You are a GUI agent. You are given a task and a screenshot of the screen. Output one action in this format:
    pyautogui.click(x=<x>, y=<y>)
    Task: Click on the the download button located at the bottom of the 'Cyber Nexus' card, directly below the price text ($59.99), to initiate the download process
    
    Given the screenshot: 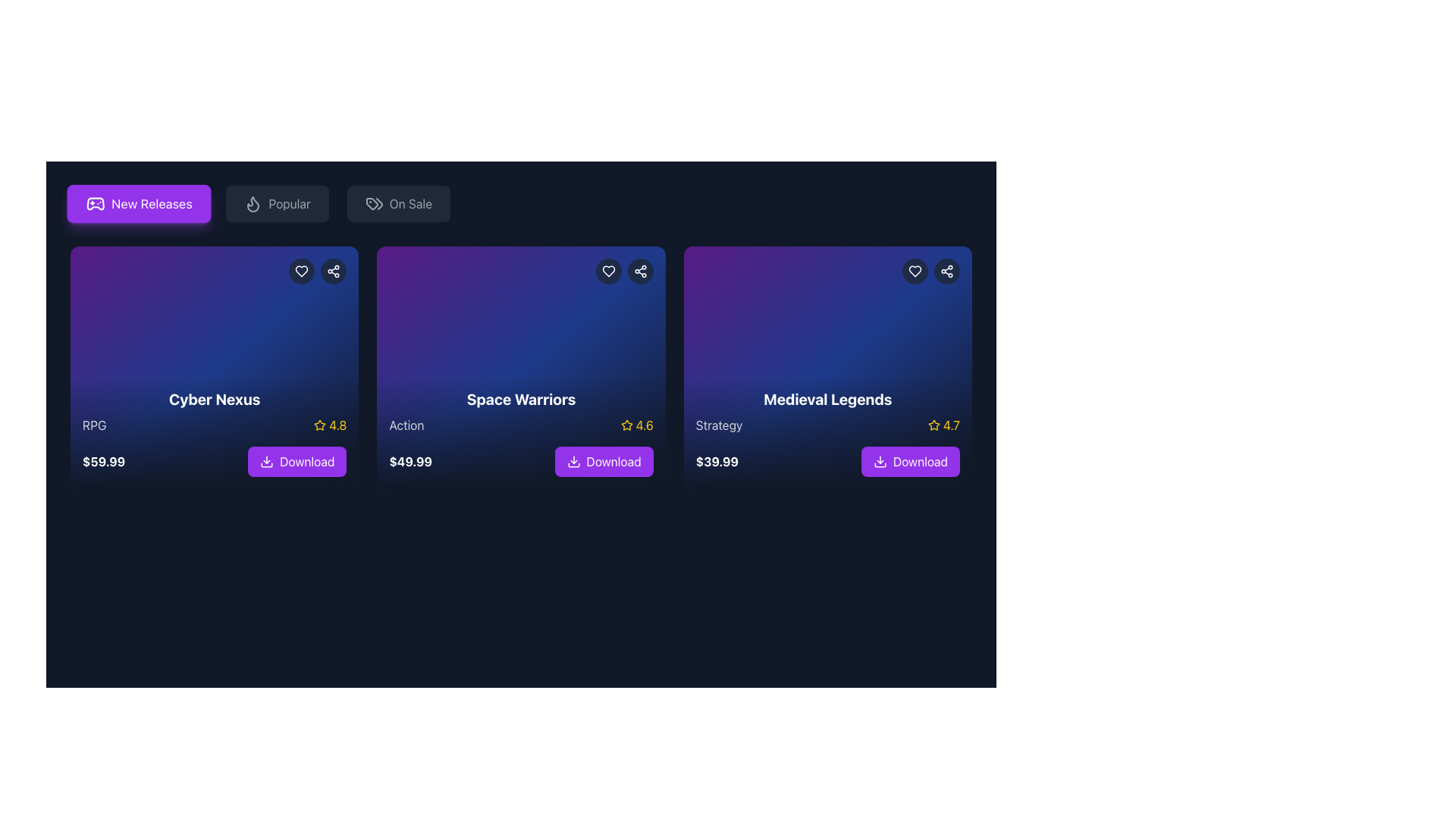 What is the action you would take?
    pyautogui.click(x=297, y=461)
    